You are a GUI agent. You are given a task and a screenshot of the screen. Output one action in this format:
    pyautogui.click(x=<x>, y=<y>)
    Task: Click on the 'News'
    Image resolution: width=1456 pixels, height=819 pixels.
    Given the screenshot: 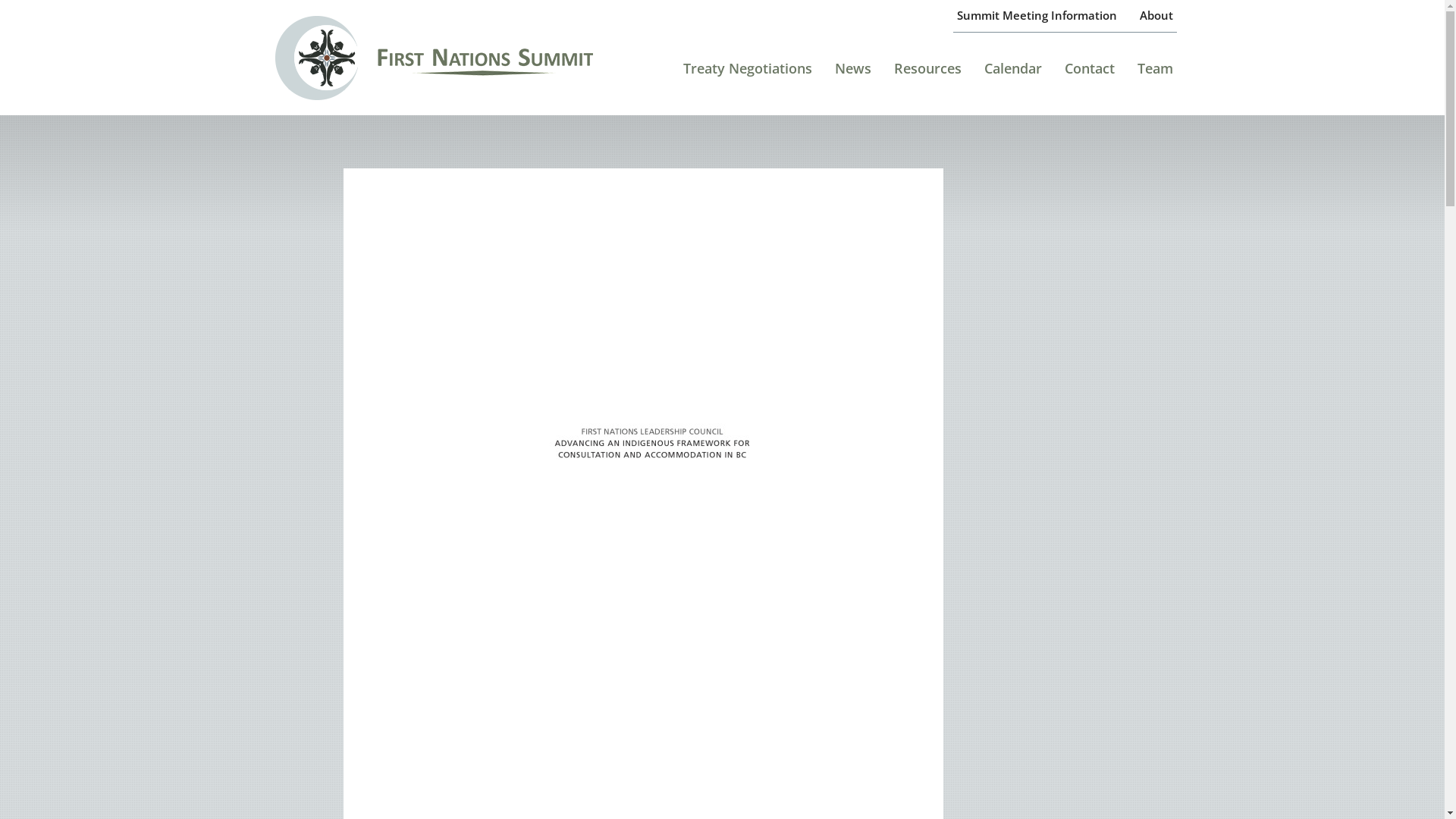 What is the action you would take?
    pyautogui.click(x=852, y=74)
    